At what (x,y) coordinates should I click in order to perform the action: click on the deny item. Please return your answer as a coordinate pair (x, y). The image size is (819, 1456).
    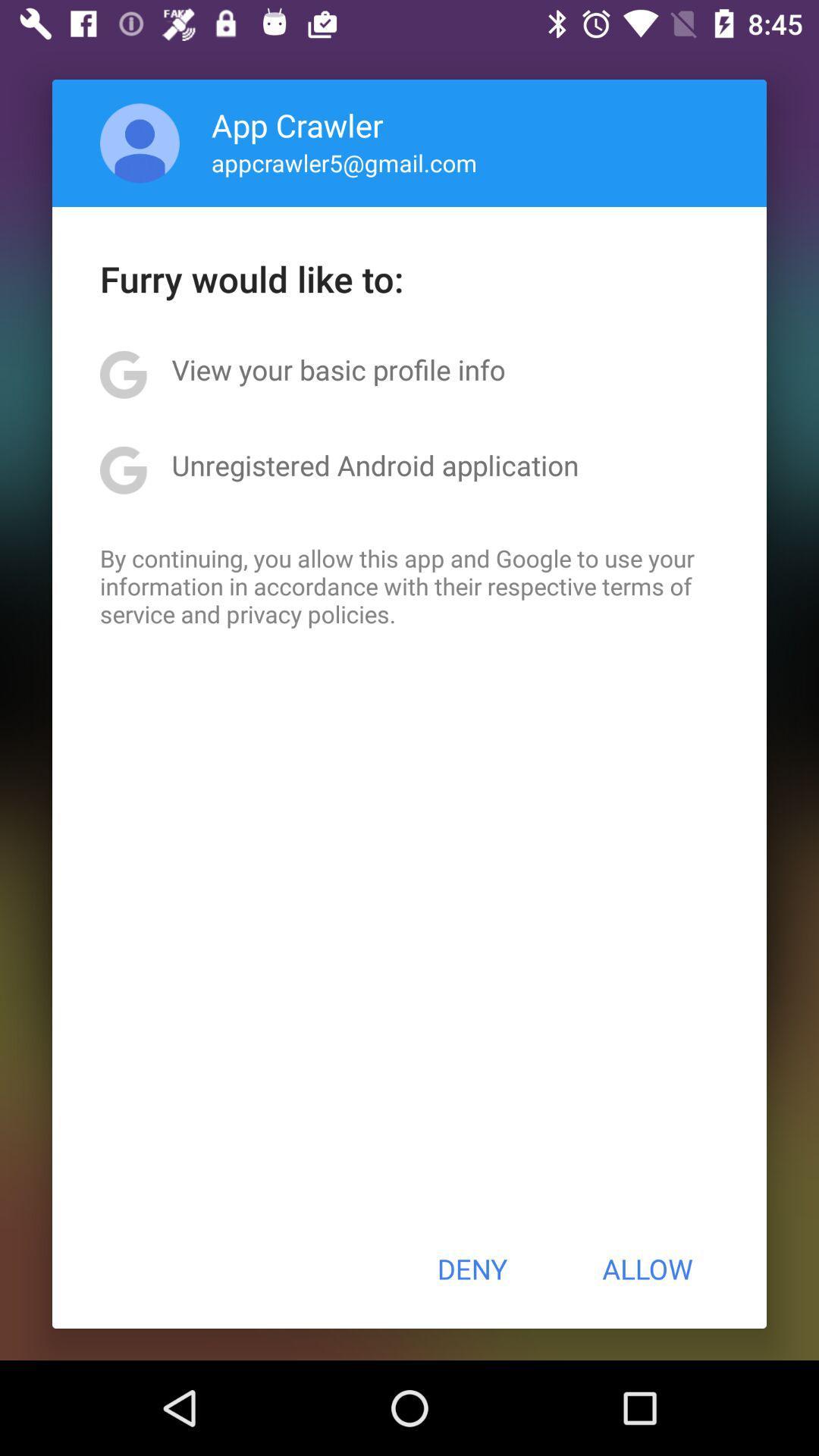
    Looking at the image, I should click on (471, 1269).